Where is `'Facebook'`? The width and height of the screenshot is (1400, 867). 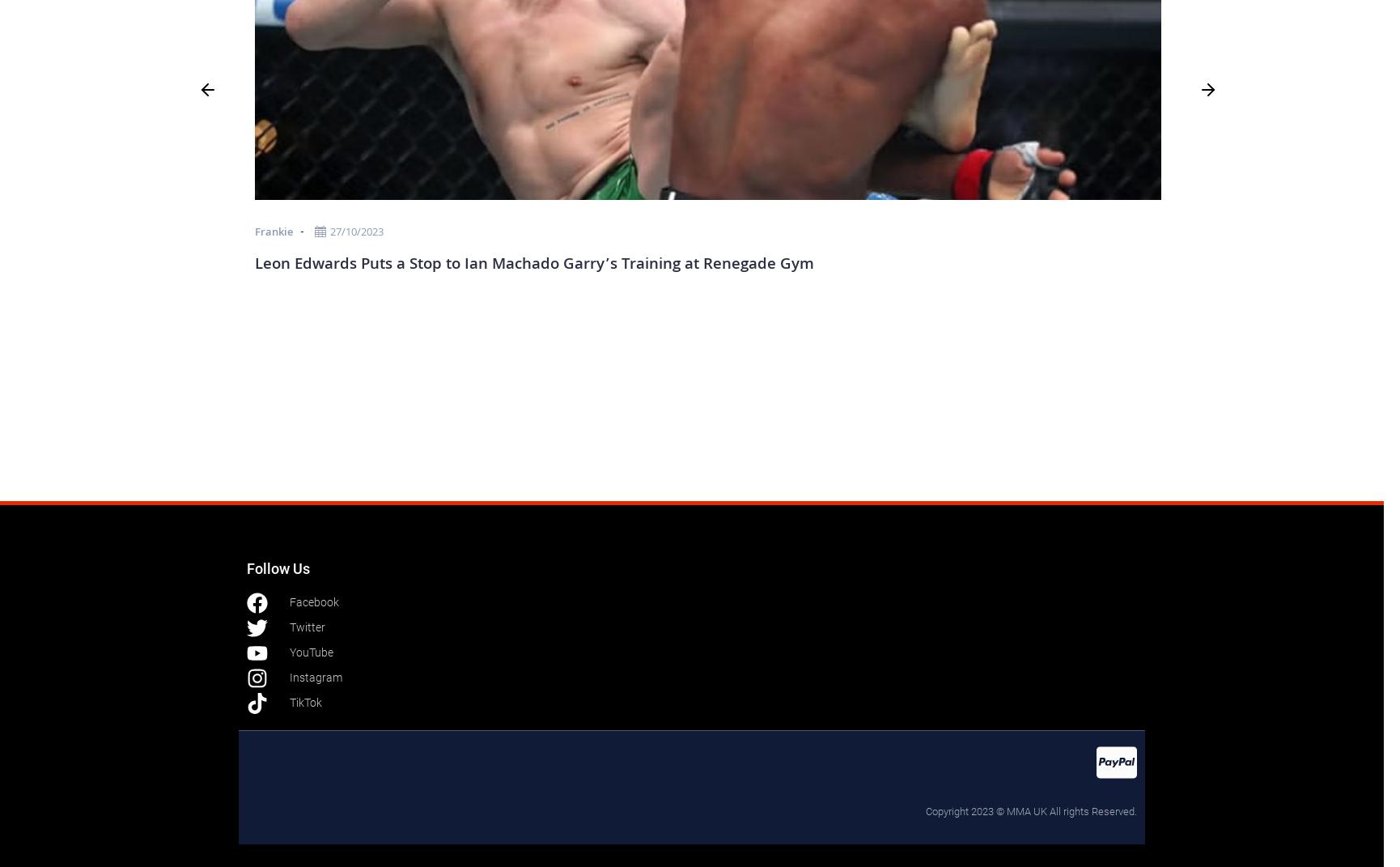
'Facebook' is located at coordinates (313, 602).